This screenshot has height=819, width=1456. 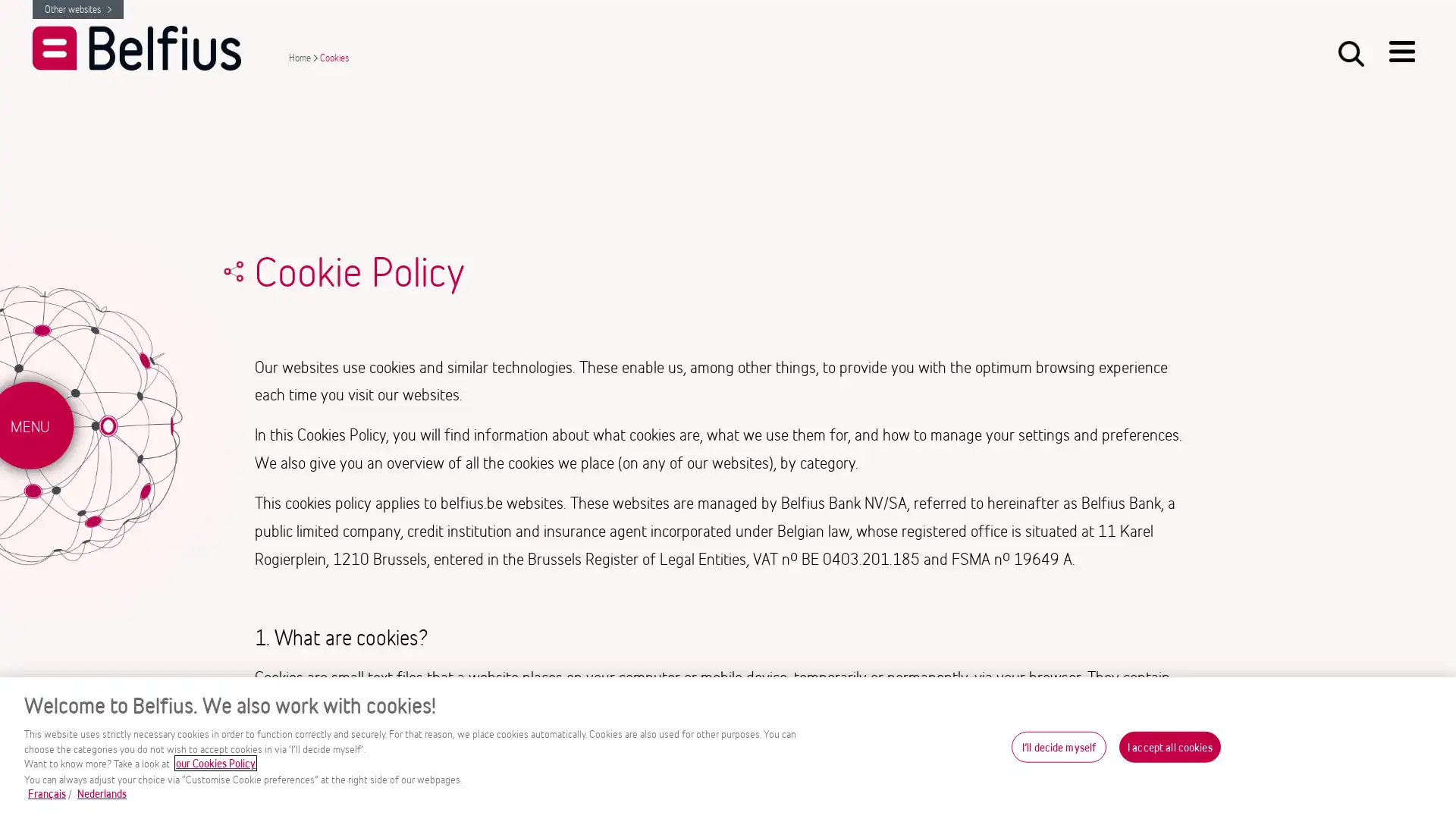 I want to click on Ill decide myself, so click(x=1058, y=745).